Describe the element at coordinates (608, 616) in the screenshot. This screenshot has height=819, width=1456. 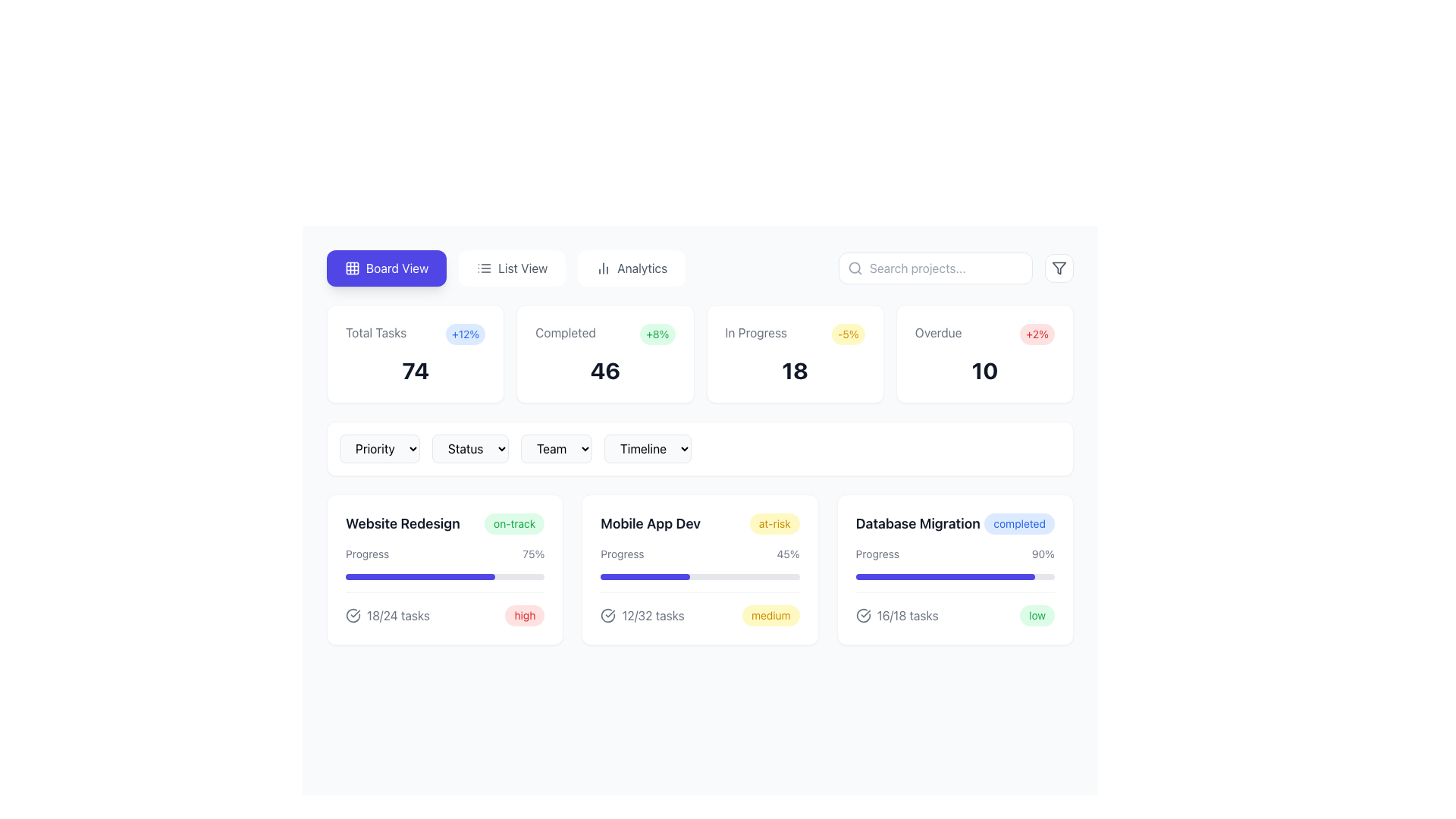
I see `the icon that indicates task completion or checklist status, which is positioned to the left of the '12/32 tasks' text in the 'Mobile App Dev' card` at that location.